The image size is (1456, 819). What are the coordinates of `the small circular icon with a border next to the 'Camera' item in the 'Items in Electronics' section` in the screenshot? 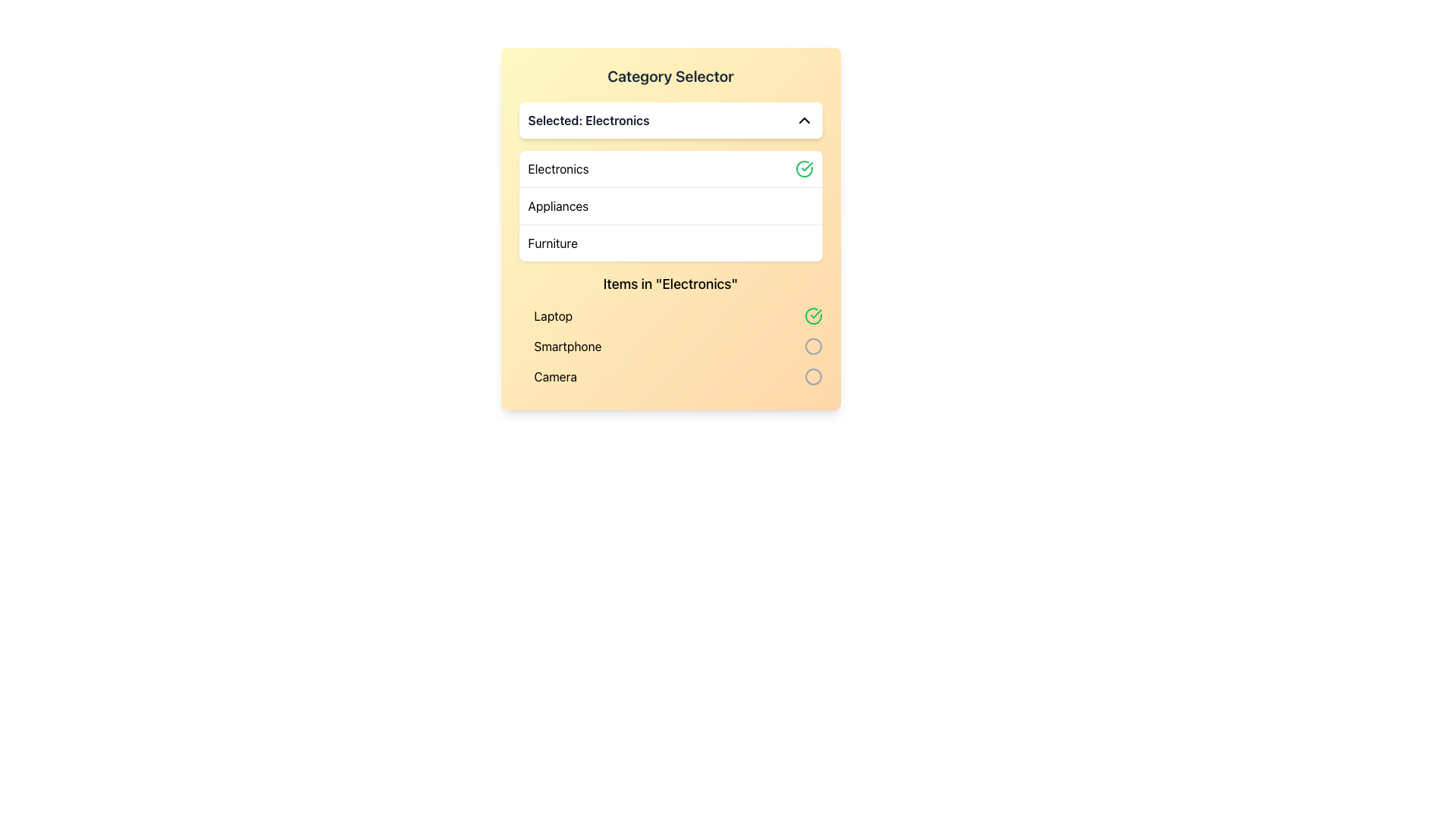 It's located at (812, 376).